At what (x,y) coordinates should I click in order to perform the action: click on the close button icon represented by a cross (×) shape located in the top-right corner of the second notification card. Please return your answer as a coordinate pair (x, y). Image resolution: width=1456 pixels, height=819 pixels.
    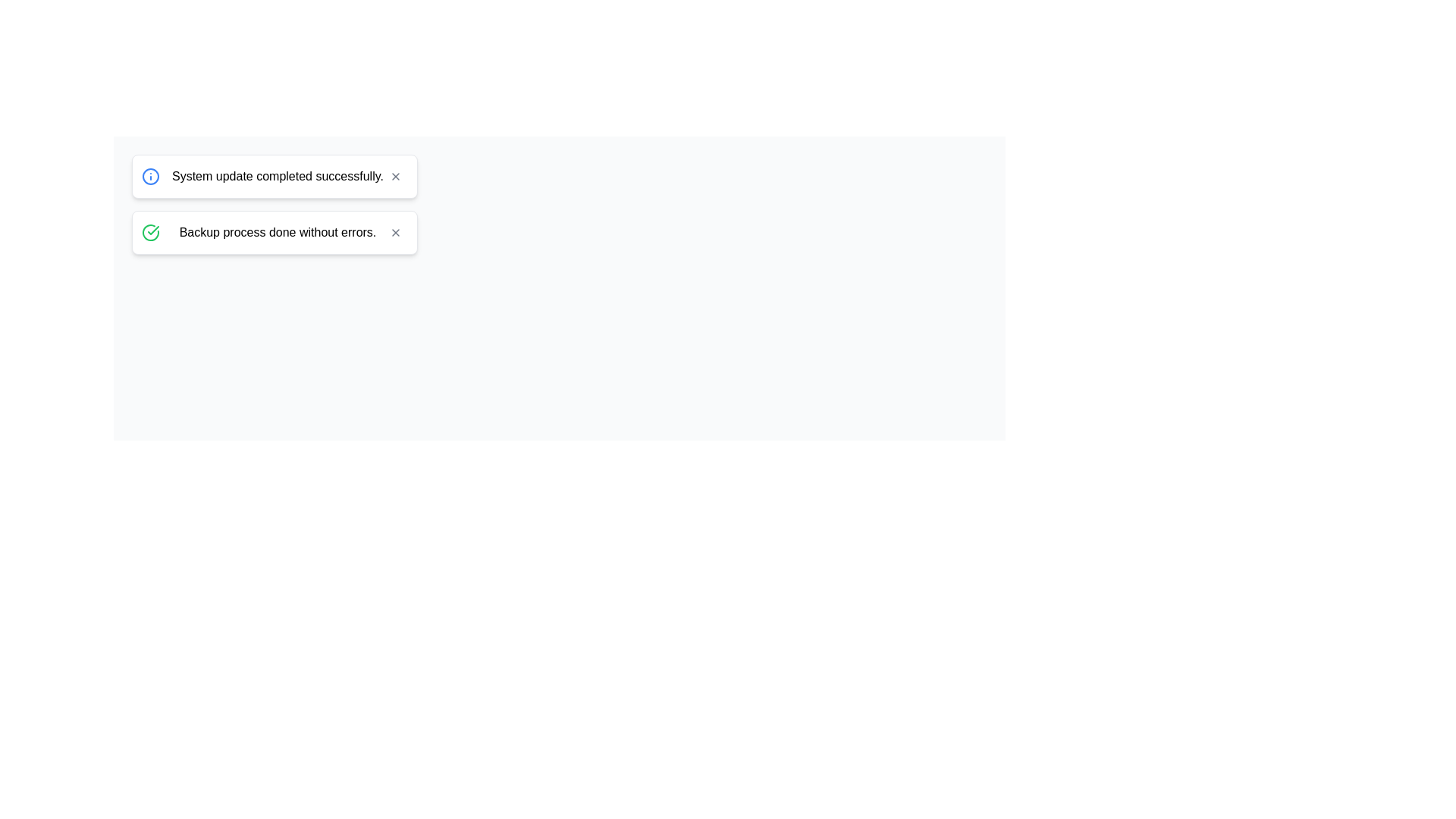
    Looking at the image, I should click on (395, 233).